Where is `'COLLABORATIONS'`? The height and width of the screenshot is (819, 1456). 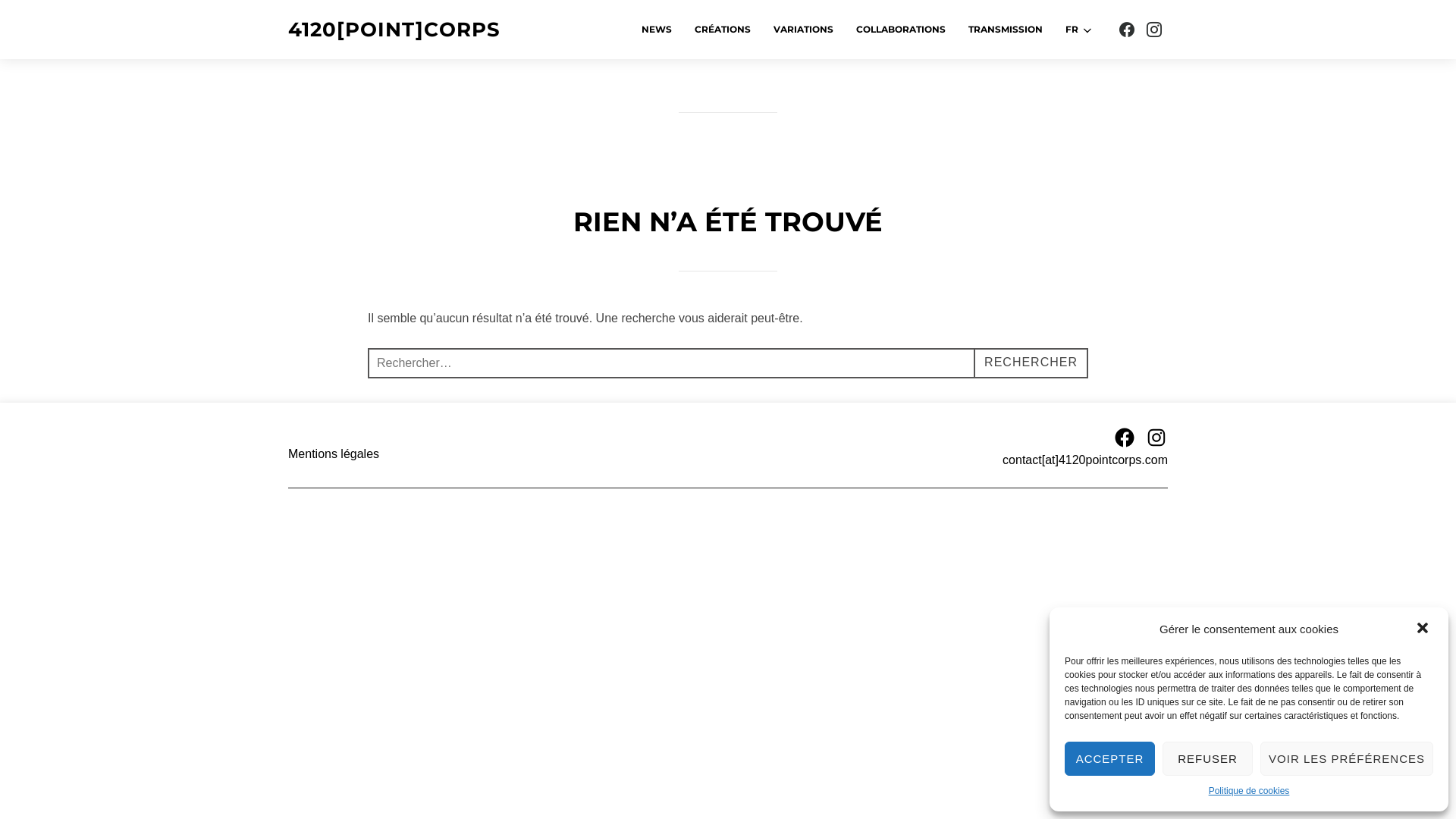 'COLLABORATIONS' is located at coordinates (901, 30).